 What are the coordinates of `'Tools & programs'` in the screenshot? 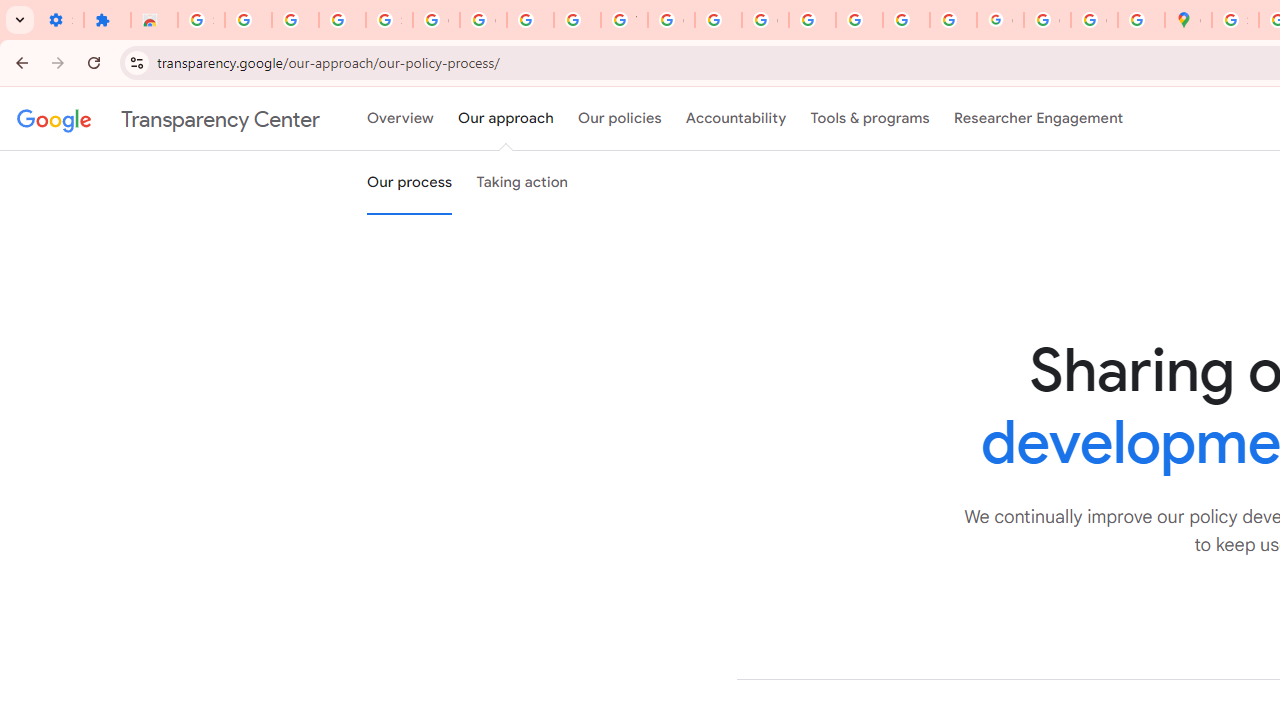 It's located at (869, 119).